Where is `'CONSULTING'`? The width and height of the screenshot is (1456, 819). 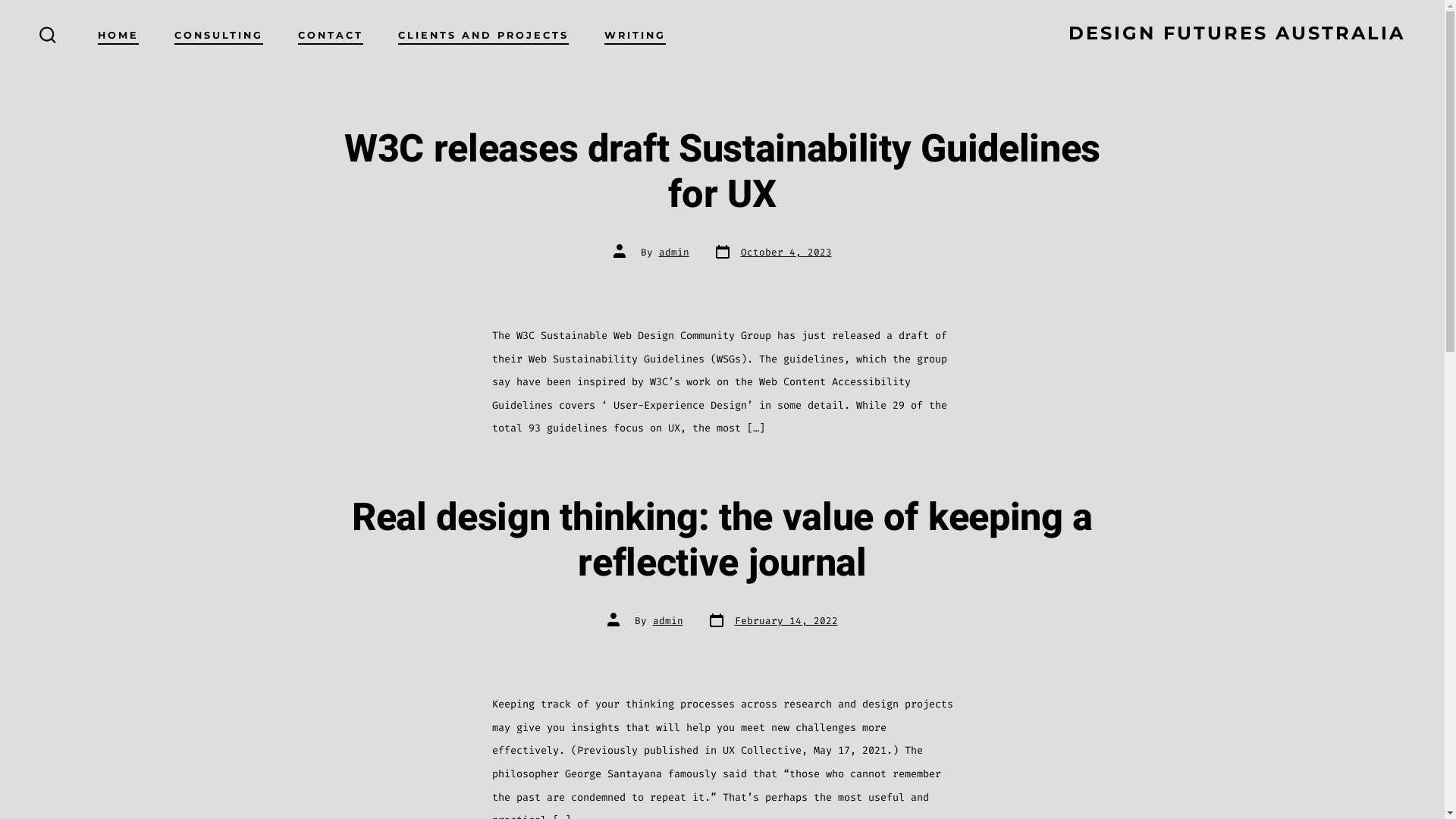
'CONSULTING' is located at coordinates (218, 35).